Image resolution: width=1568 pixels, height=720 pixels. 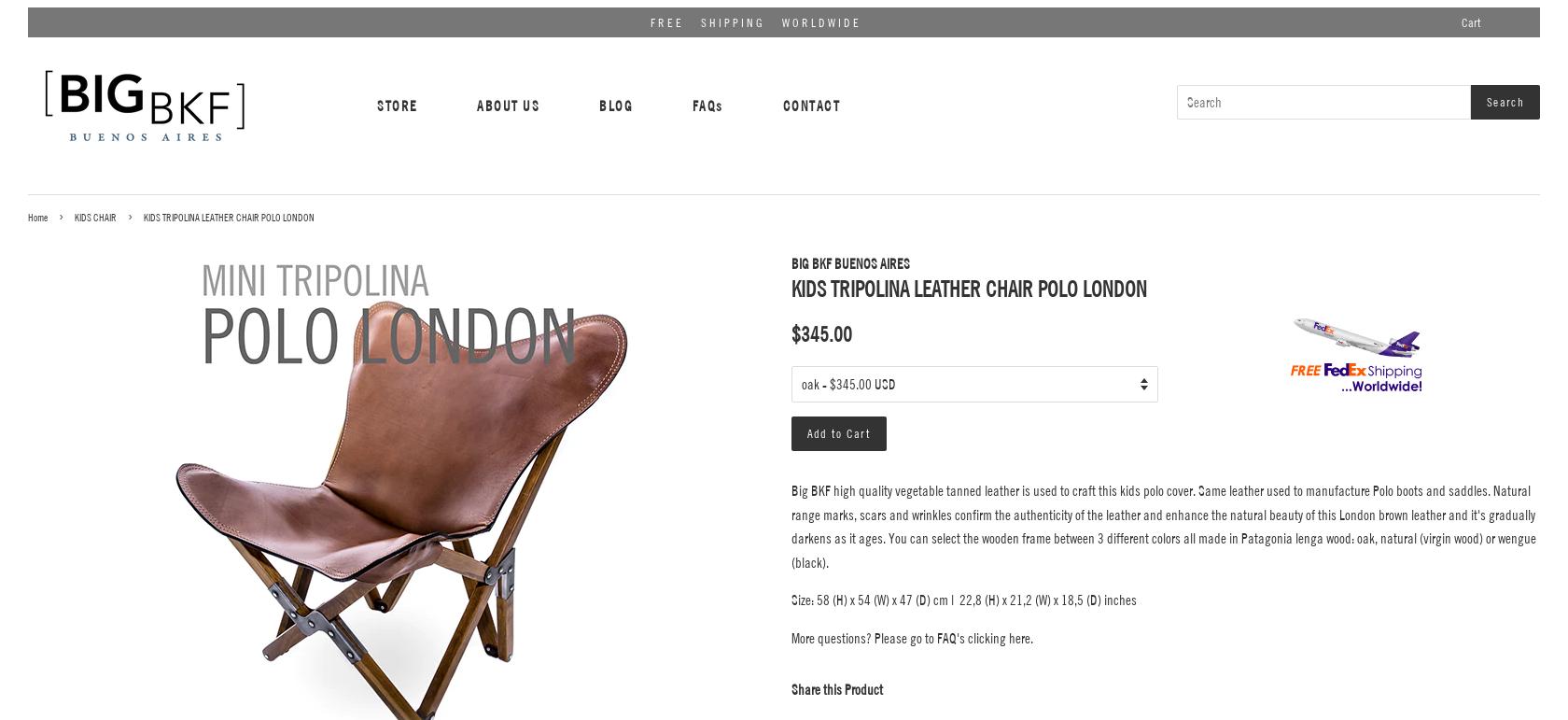 I want to click on 'Search', so click(x=1505, y=100).